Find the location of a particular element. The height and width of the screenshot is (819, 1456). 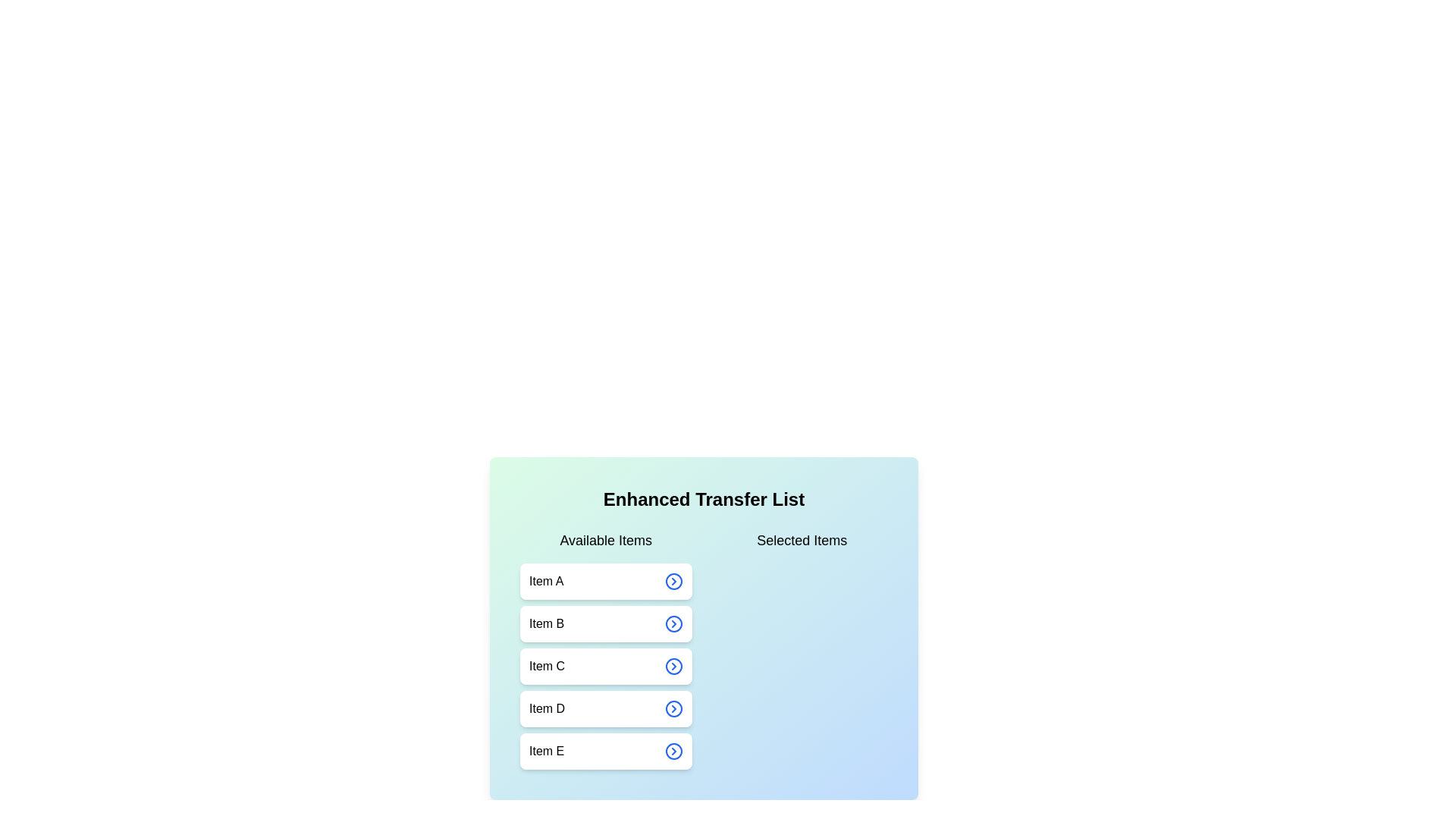

arrow button next to Item C in the available list to transfer it to the selected list is located at coordinates (673, 666).